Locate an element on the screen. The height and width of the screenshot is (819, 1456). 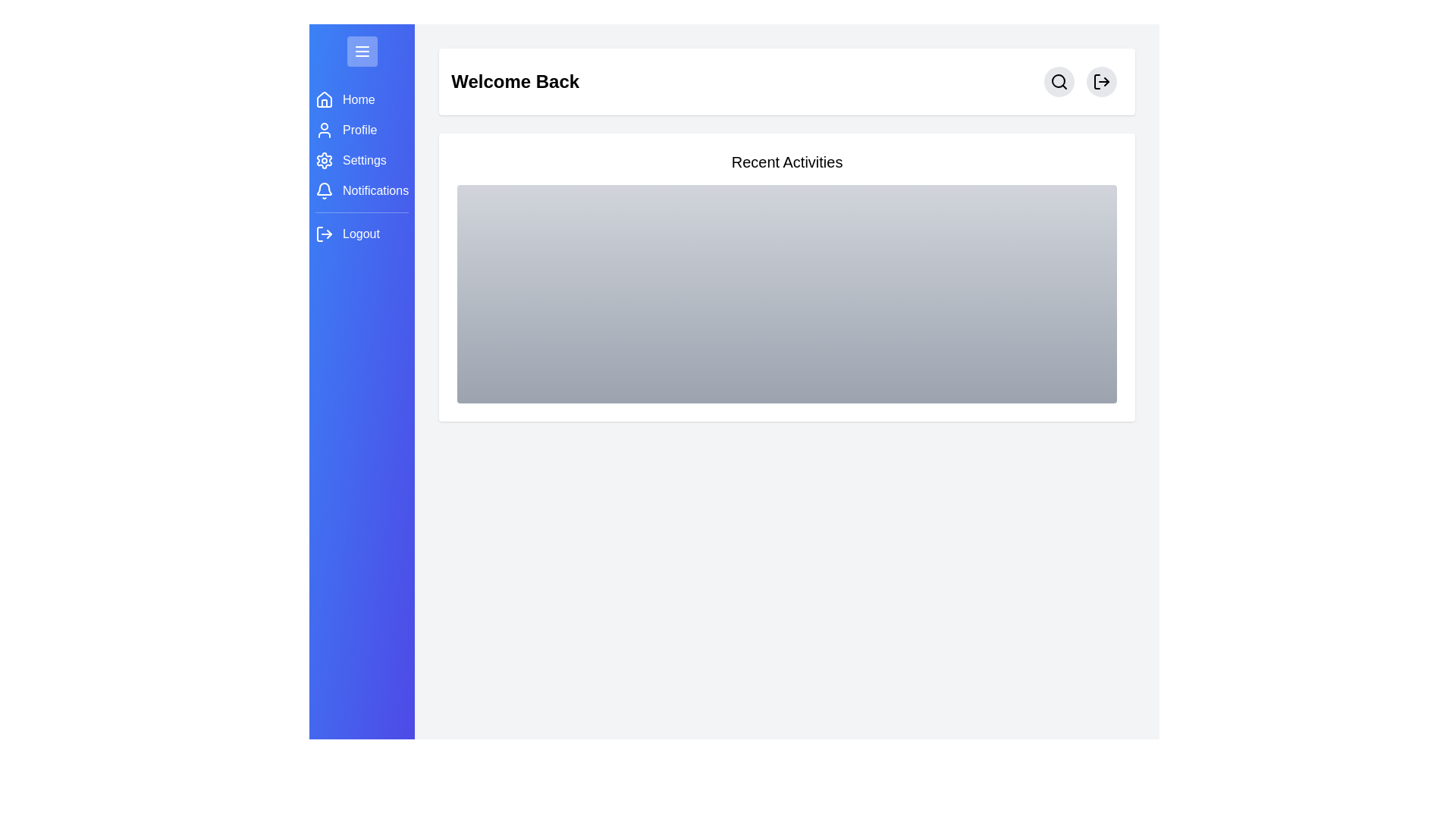
the 'Logout' button with a blue background and an outward pointing arrow icon, located at the bottom of the vertical menu panel on the left side of the interface is located at coordinates (361, 234).